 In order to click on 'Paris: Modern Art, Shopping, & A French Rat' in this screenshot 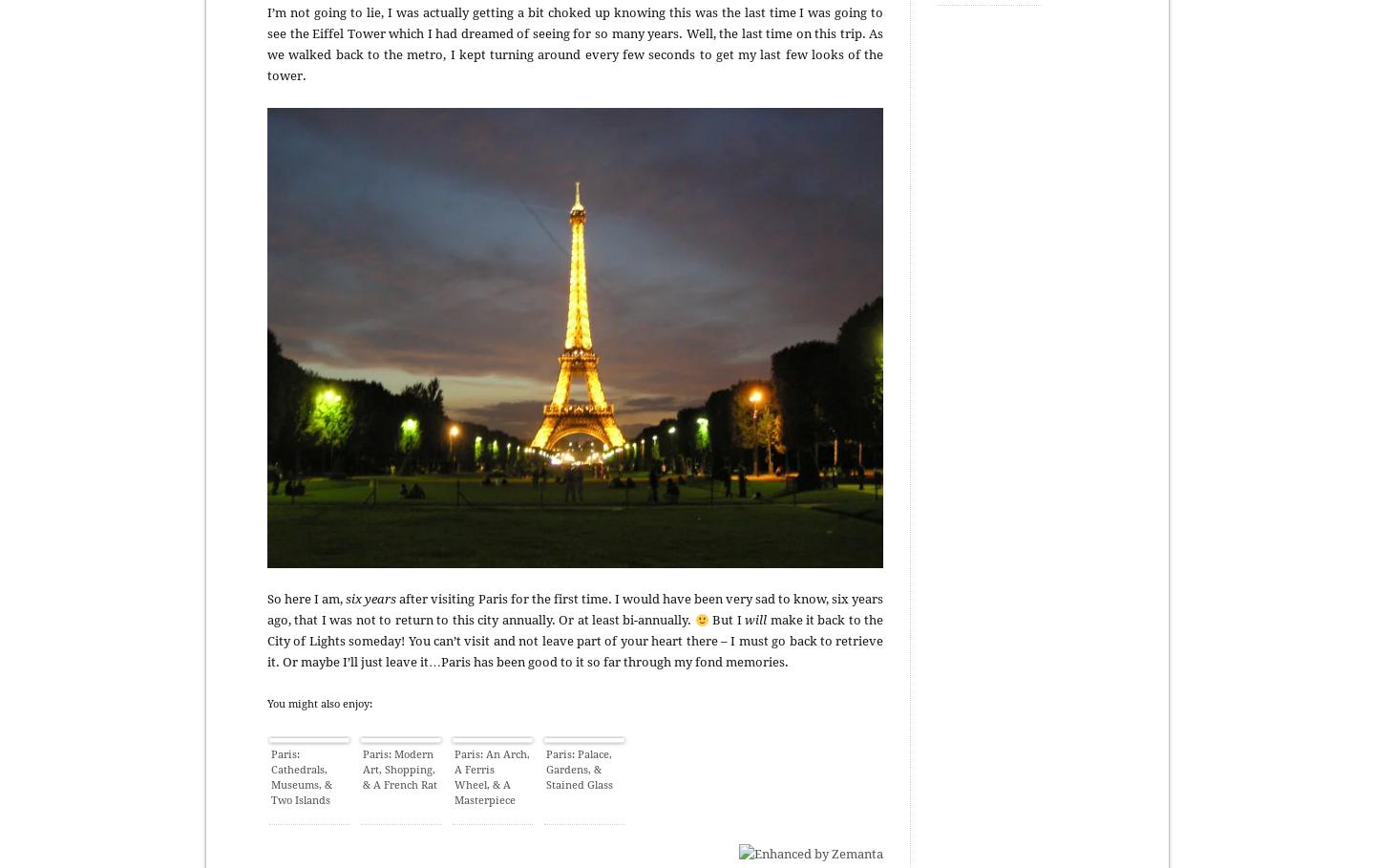, I will do `click(399, 770)`.